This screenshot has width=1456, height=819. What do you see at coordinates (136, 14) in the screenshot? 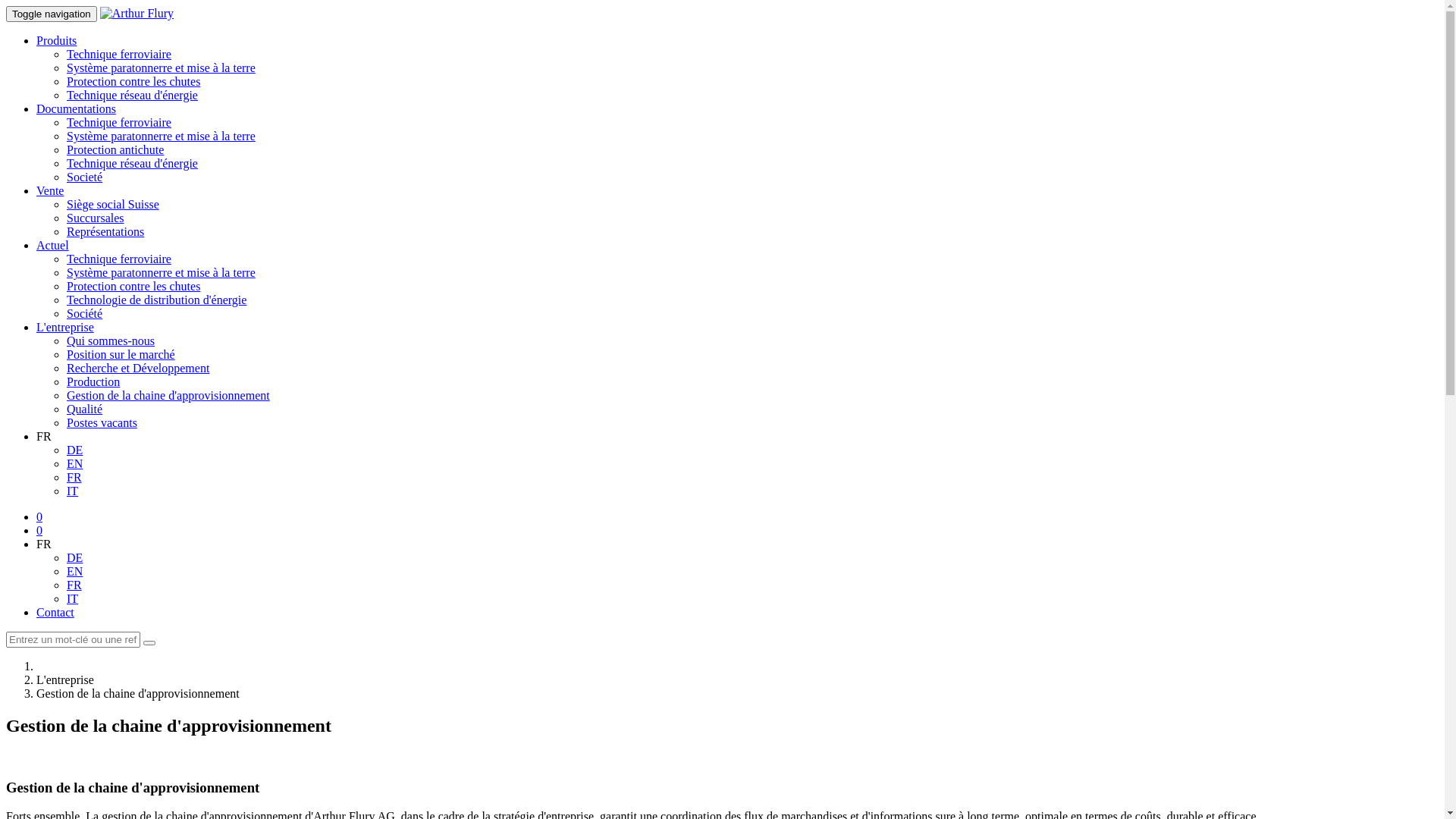
I see `'Arthur Flury'` at bounding box center [136, 14].